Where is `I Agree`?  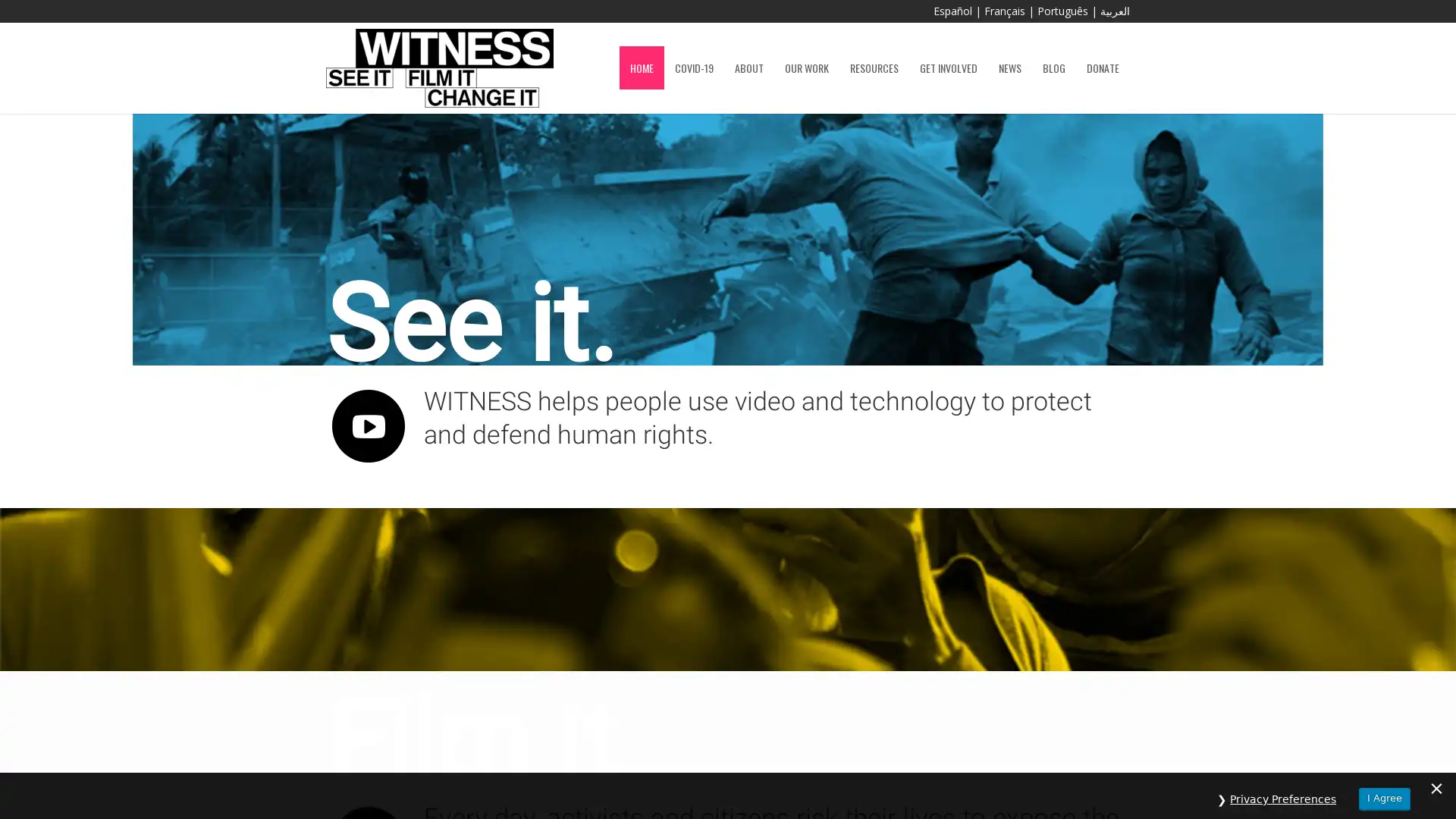
I Agree is located at coordinates (1384, 790).